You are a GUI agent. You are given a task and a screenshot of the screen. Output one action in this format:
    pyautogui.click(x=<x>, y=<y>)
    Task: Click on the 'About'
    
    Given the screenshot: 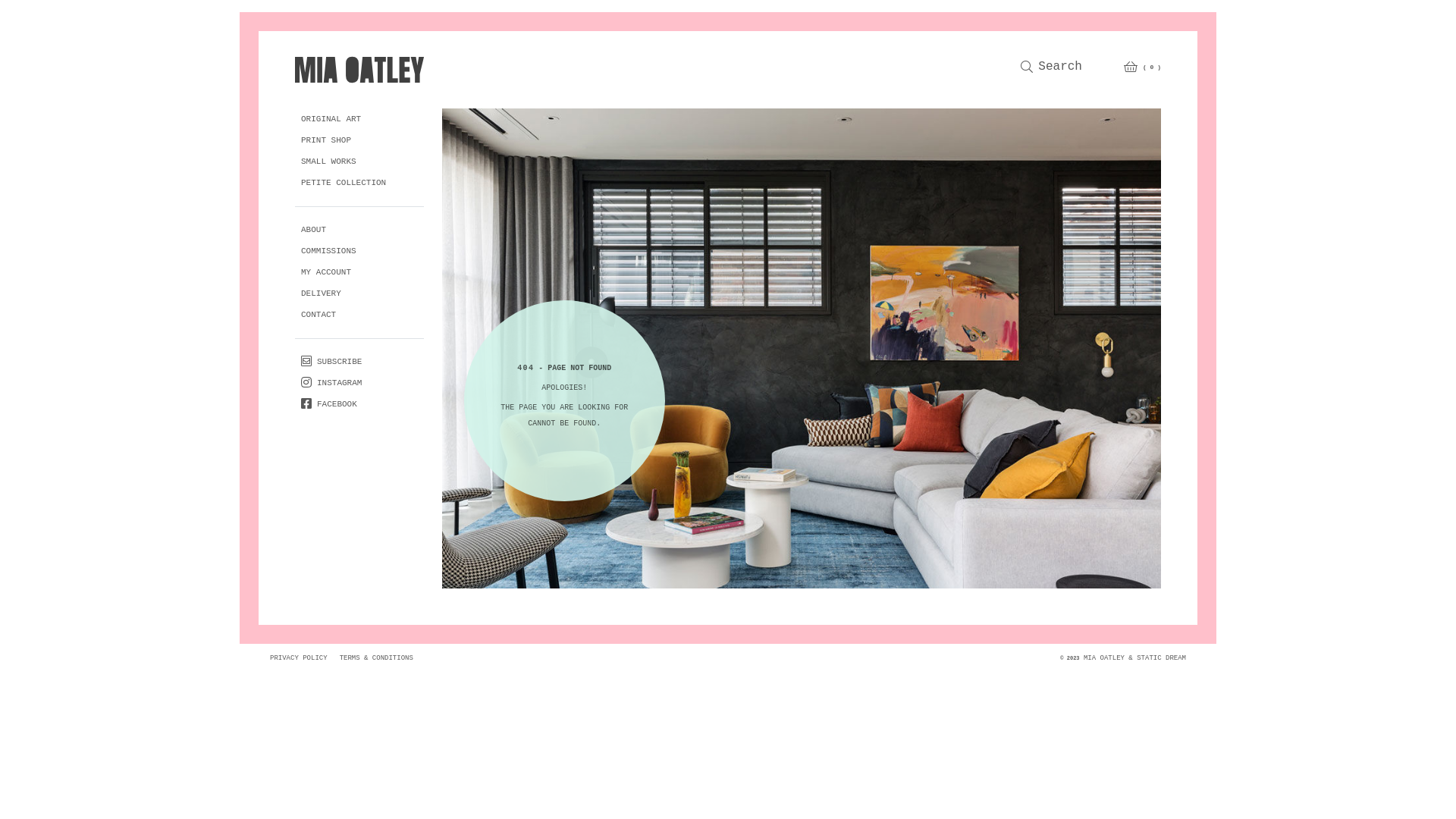 What is the action you would take?
    pyautogui.click(x=294, y=230)
    